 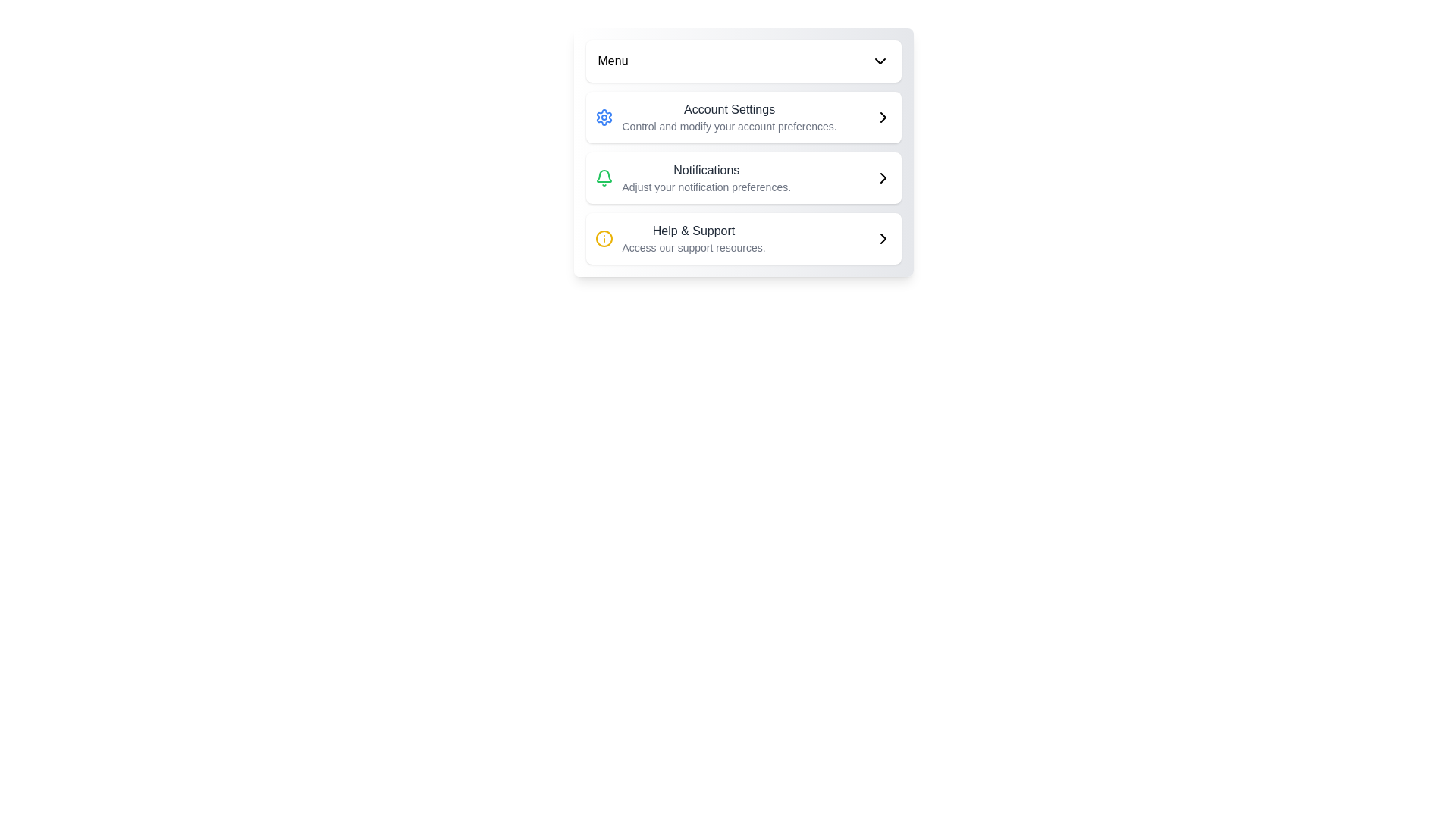 I want to click on the informational text that states 'Control and modify your account preferences.', which is located directly below the 'Account Settings' title in a smaller gray font, so click(x=730, y=125).